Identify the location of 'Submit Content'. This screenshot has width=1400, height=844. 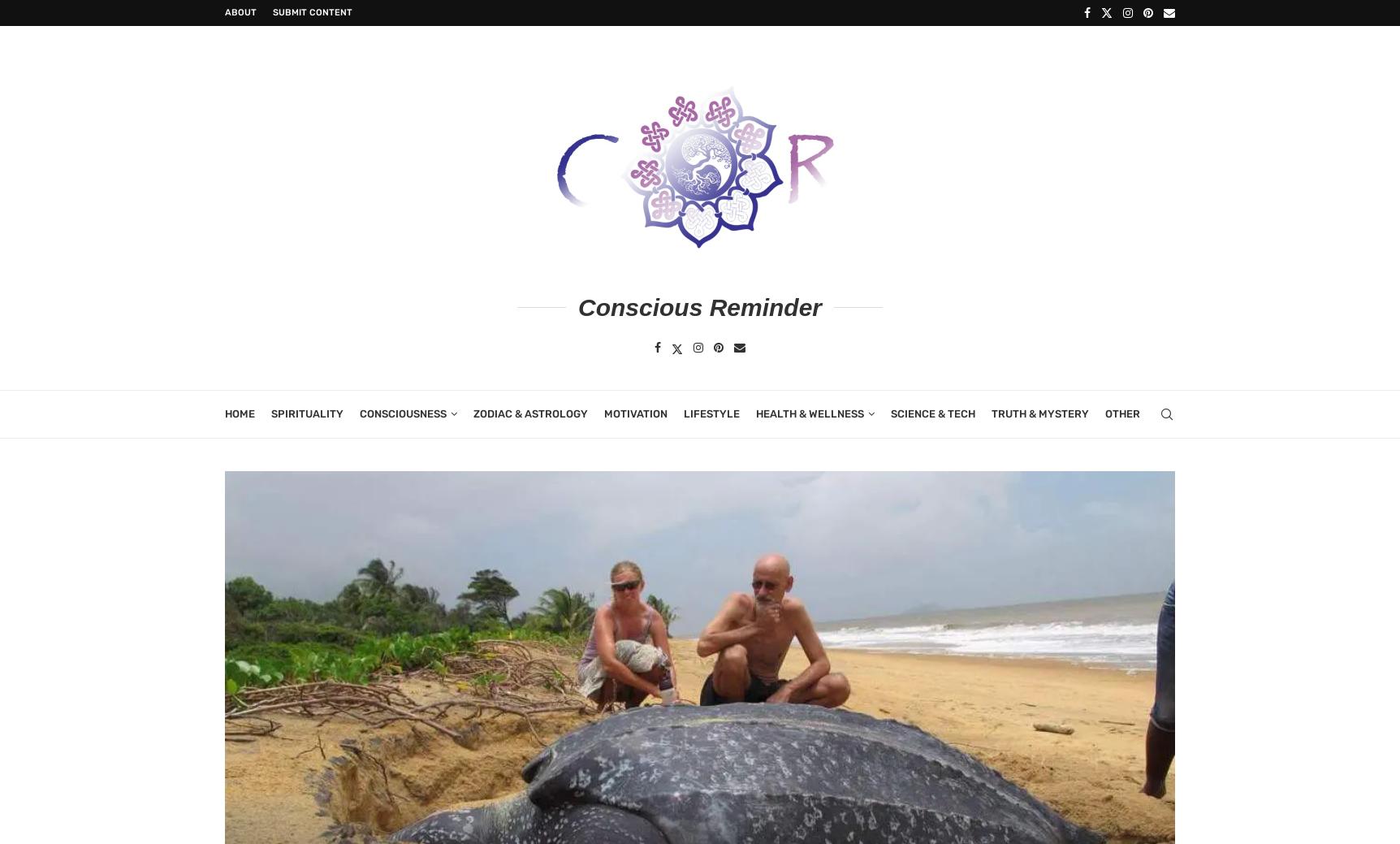
(273, 11).